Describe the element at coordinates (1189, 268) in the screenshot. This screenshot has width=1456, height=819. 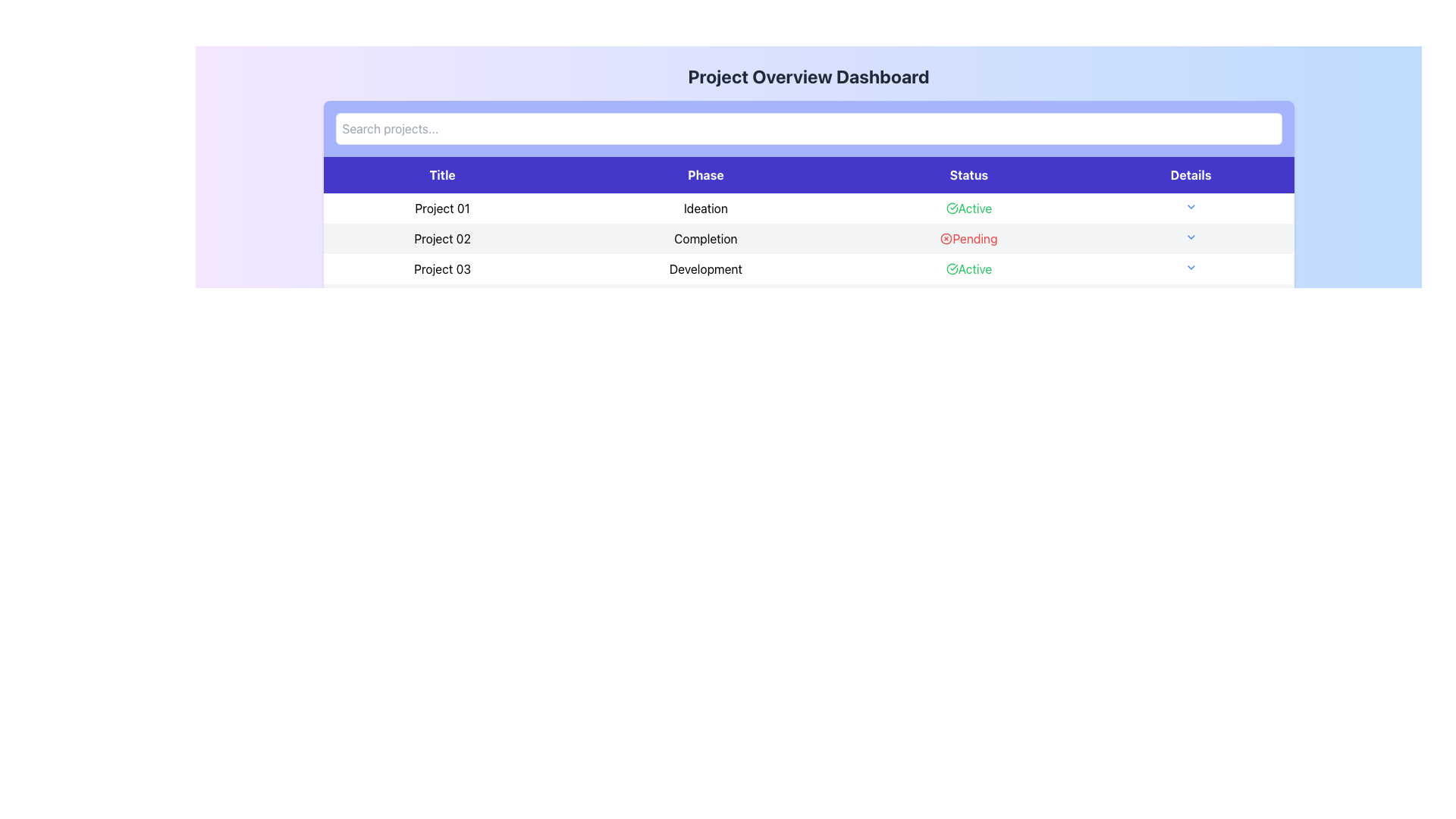
I see `the blue downward arrow icon` at that location.